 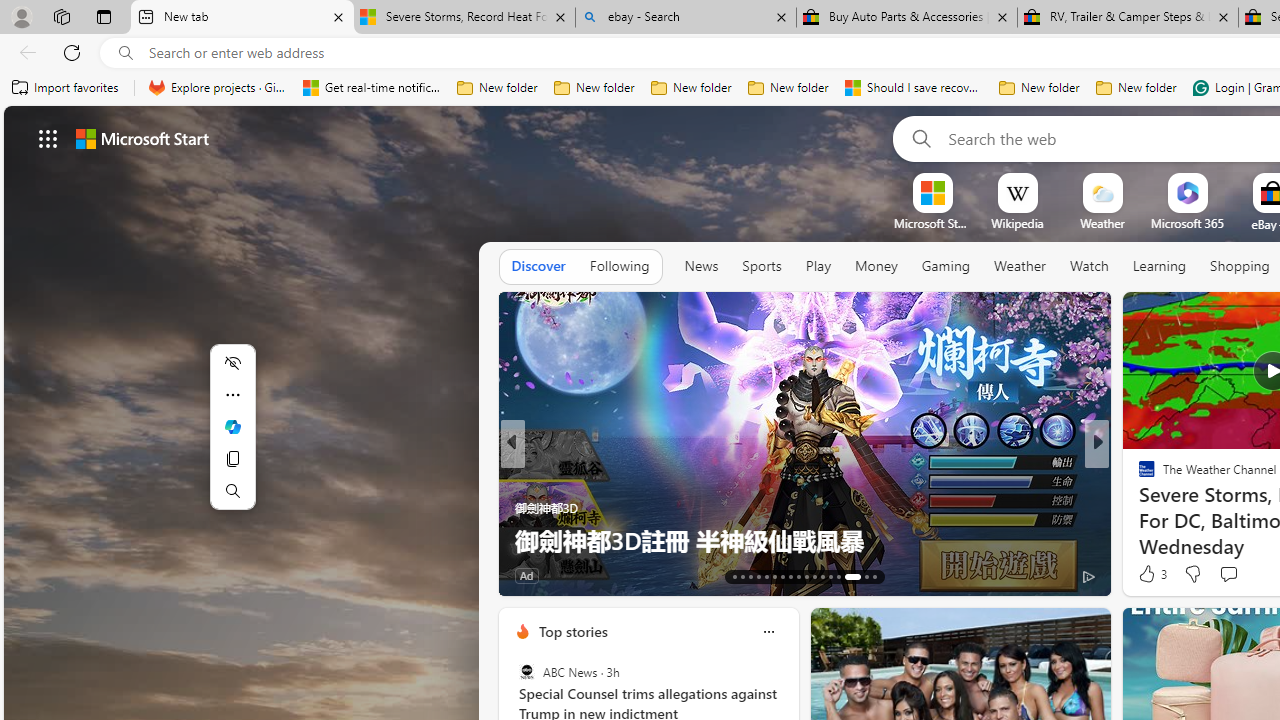 What do you see at coordinates (818, 266) in the screenshot?
I see `'Play'` at bounding box center [818, 266].